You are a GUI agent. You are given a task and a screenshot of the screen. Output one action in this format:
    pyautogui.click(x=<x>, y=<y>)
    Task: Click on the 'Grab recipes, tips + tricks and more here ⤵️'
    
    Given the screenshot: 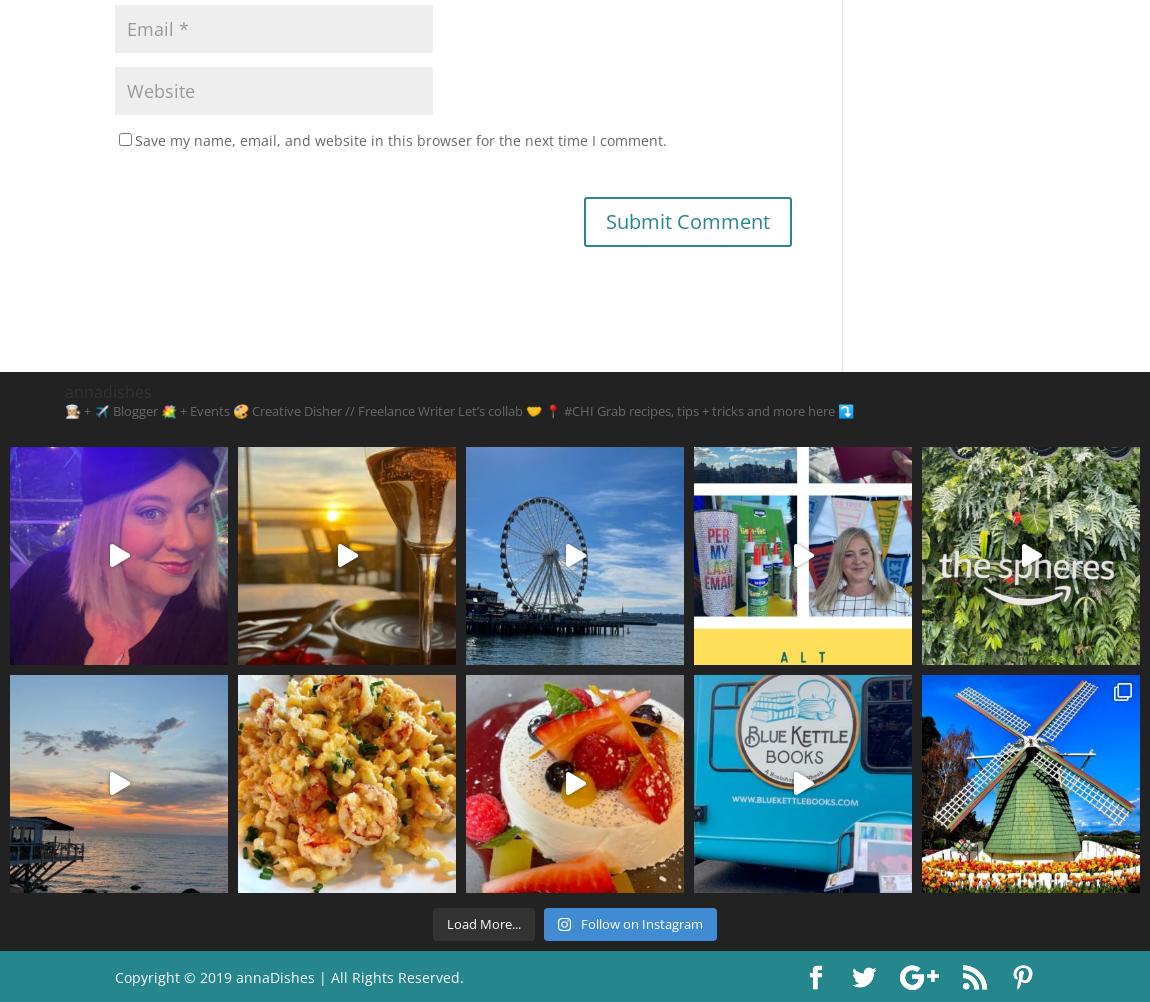 What is the action you would take?
    pyautogui.click(x=724, y=410)
    